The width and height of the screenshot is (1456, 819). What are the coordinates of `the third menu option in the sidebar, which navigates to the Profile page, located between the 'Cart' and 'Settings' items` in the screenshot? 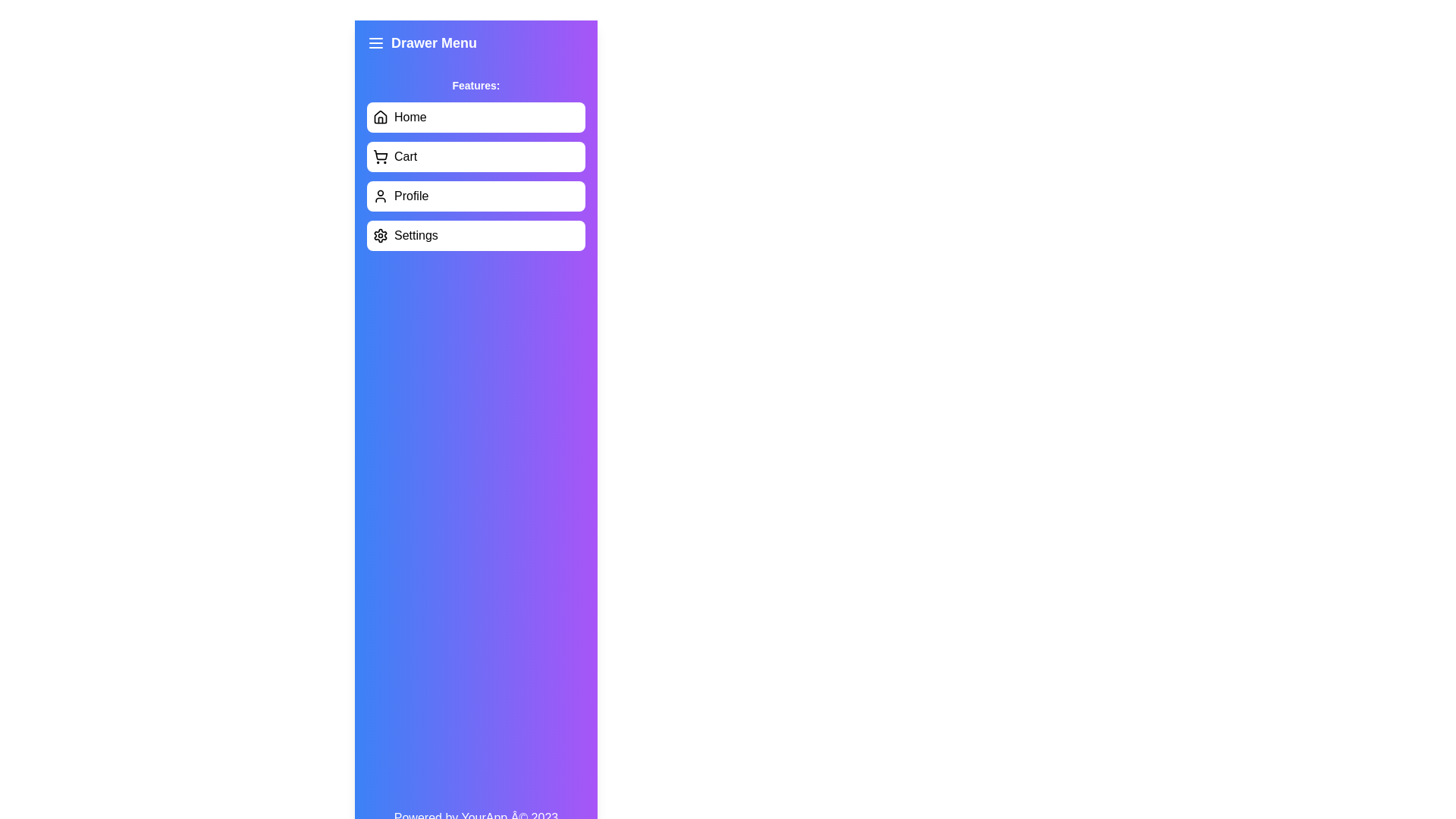 It's located at (475, 195).